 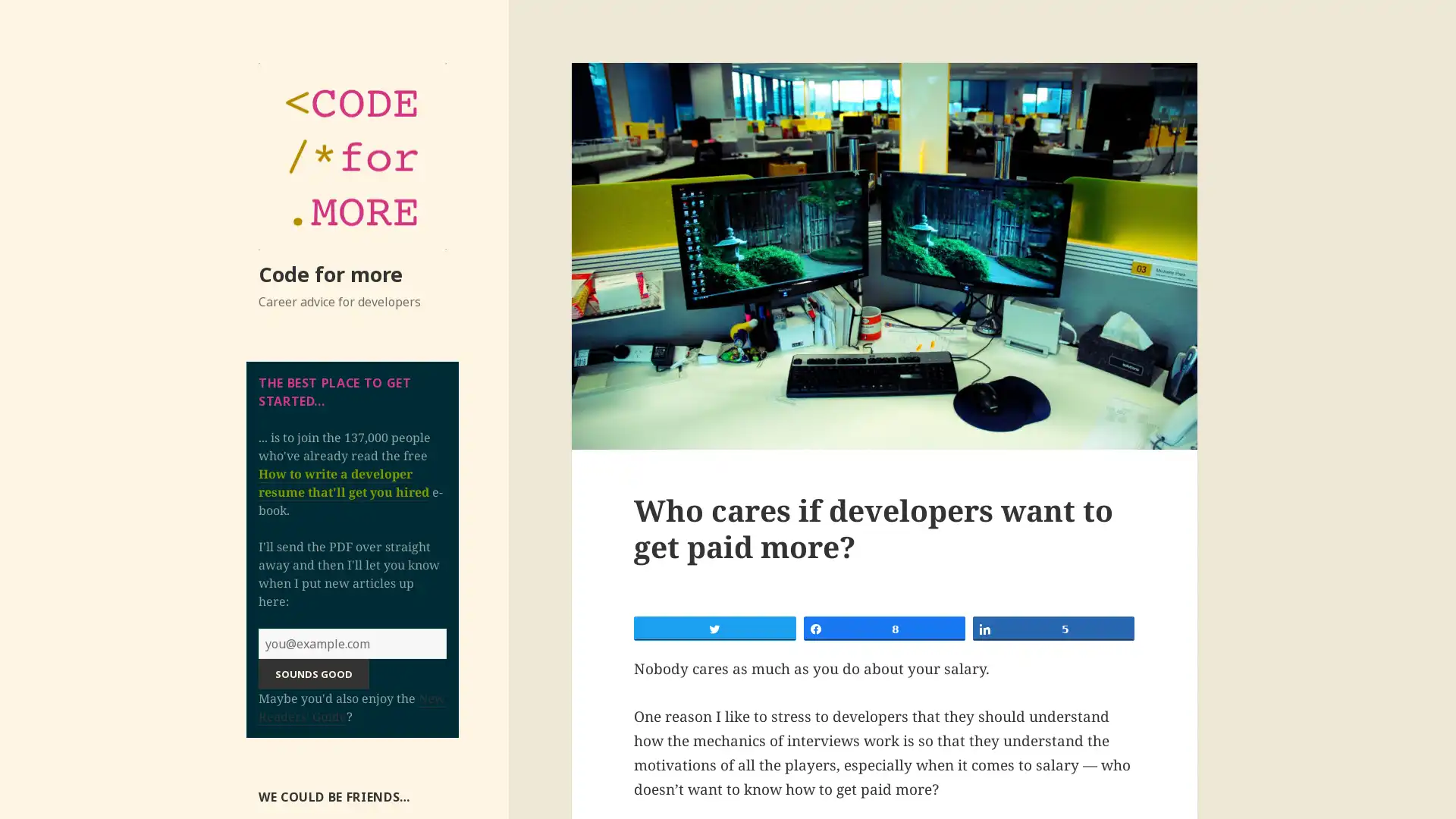 I want to click on Sounds good, so click(x=312, y=672).